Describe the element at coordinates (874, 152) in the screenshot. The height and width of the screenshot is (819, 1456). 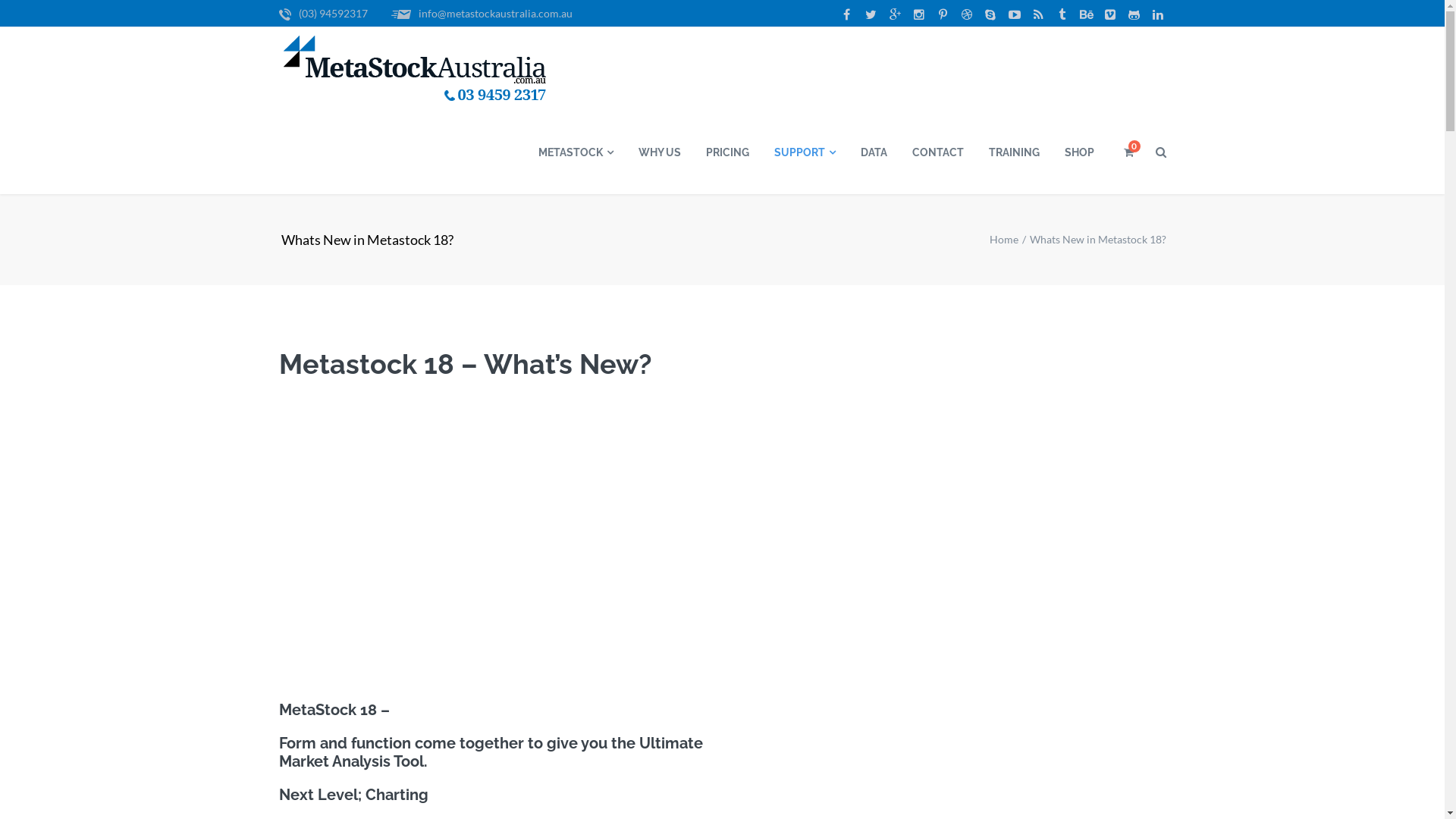
I see `'DATA'` at that location.